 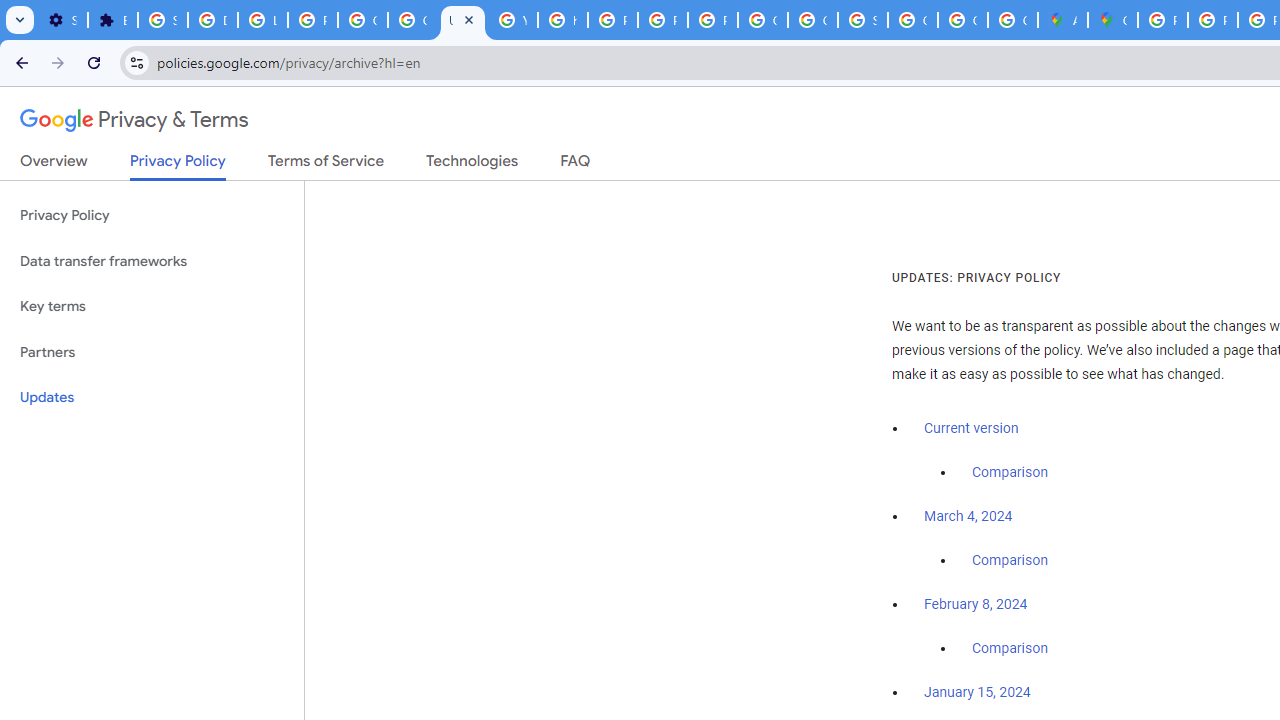 I want to click on 'Current version', so click(x=971, y=427).